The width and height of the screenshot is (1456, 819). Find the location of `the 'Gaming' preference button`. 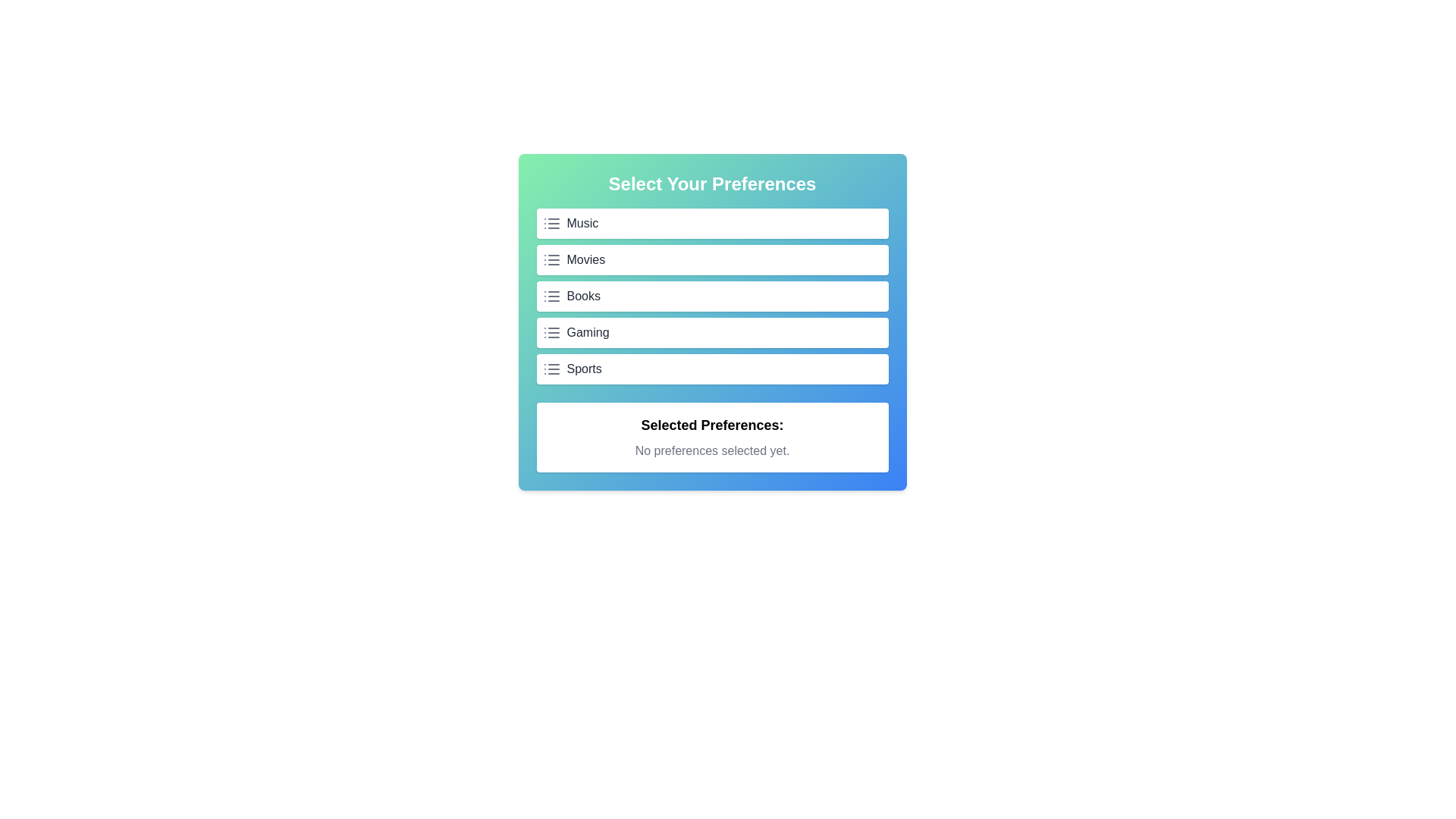

the 'Gaming' preference button is located at coordinates (711, 332).